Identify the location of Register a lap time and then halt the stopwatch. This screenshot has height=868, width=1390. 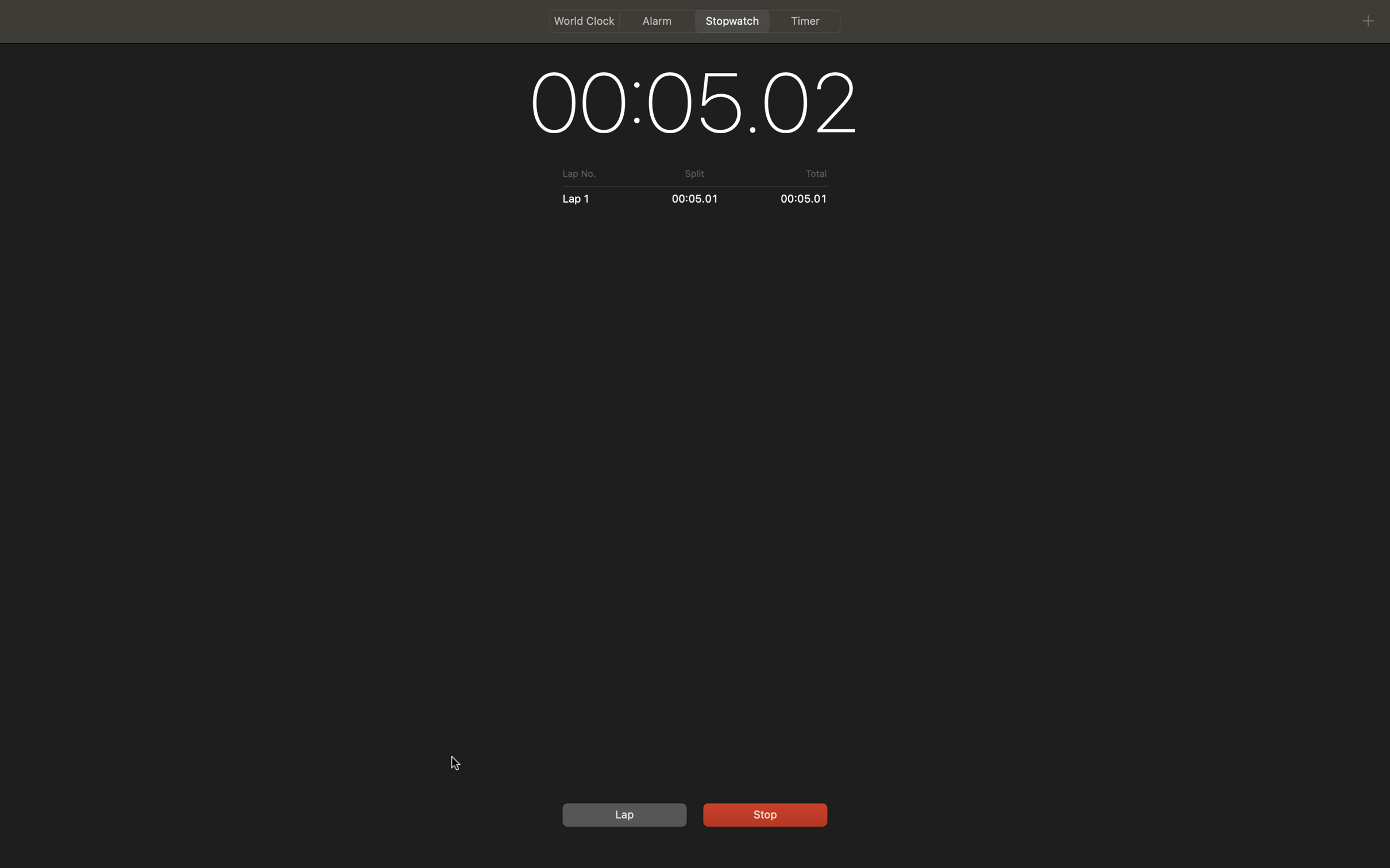
(622, 814).